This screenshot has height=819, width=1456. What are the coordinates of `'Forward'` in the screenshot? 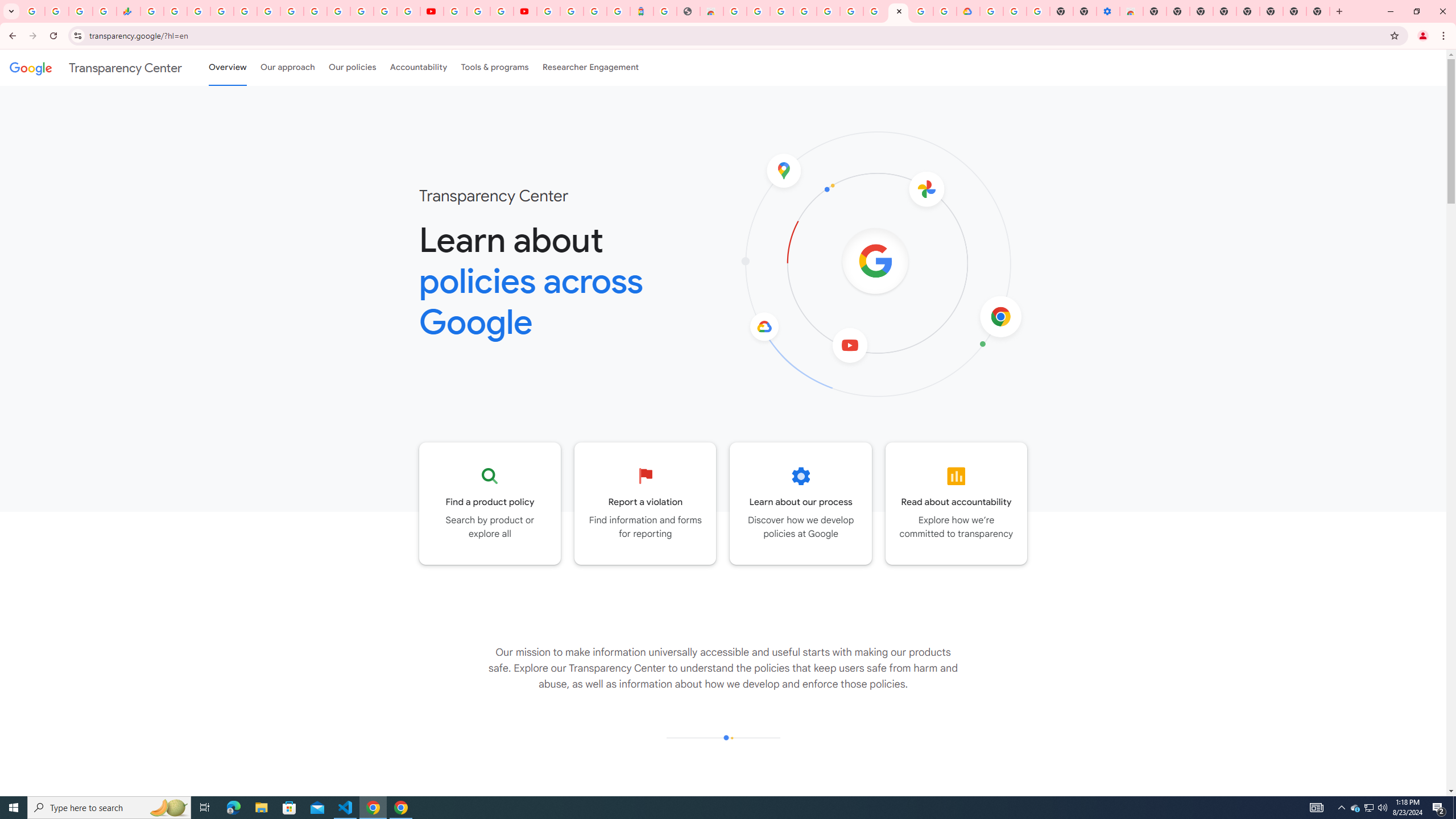 It's located at (32, 35).